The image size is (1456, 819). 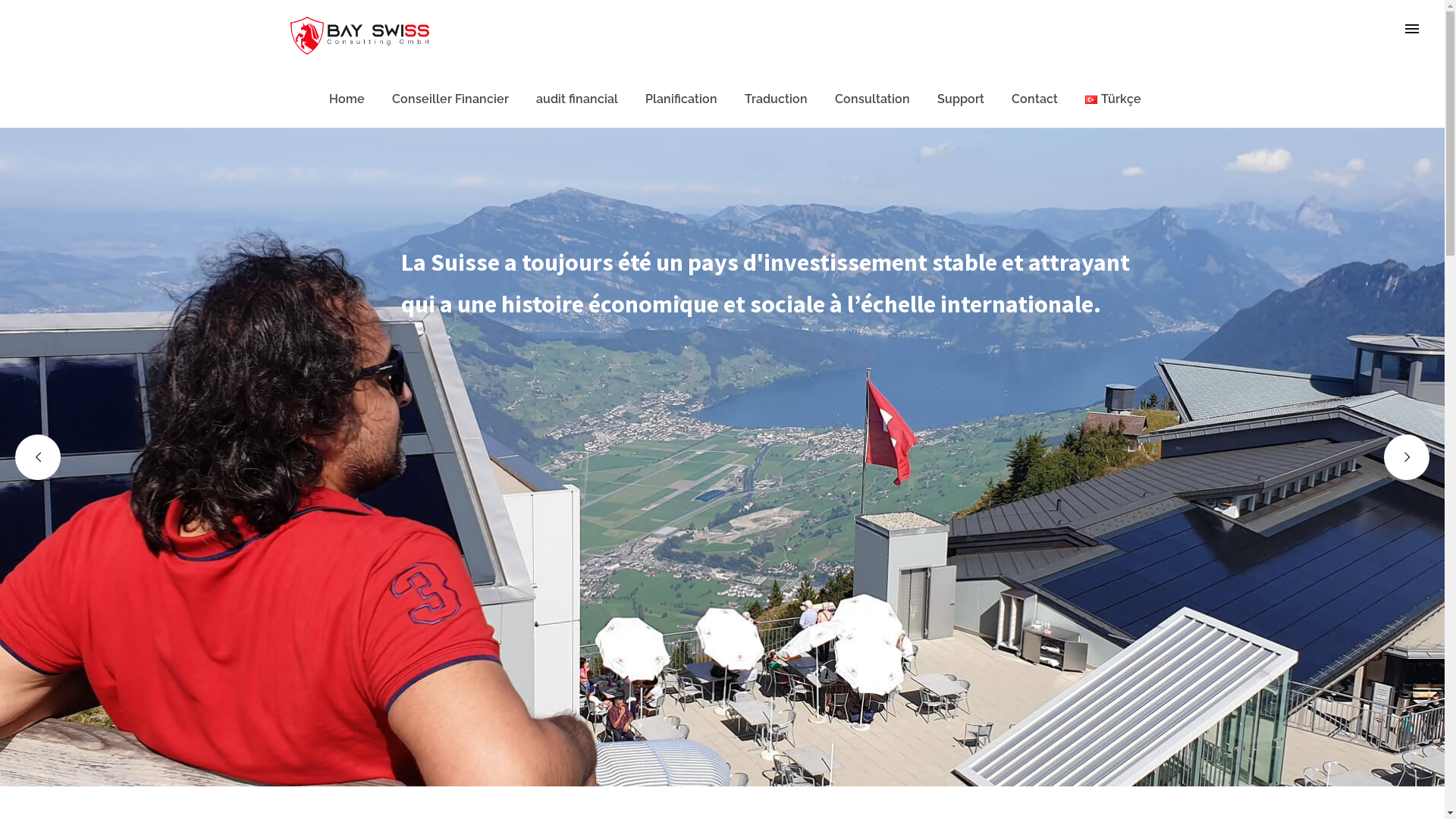 I want to click on 'Planification', so click(x=680, y=99).